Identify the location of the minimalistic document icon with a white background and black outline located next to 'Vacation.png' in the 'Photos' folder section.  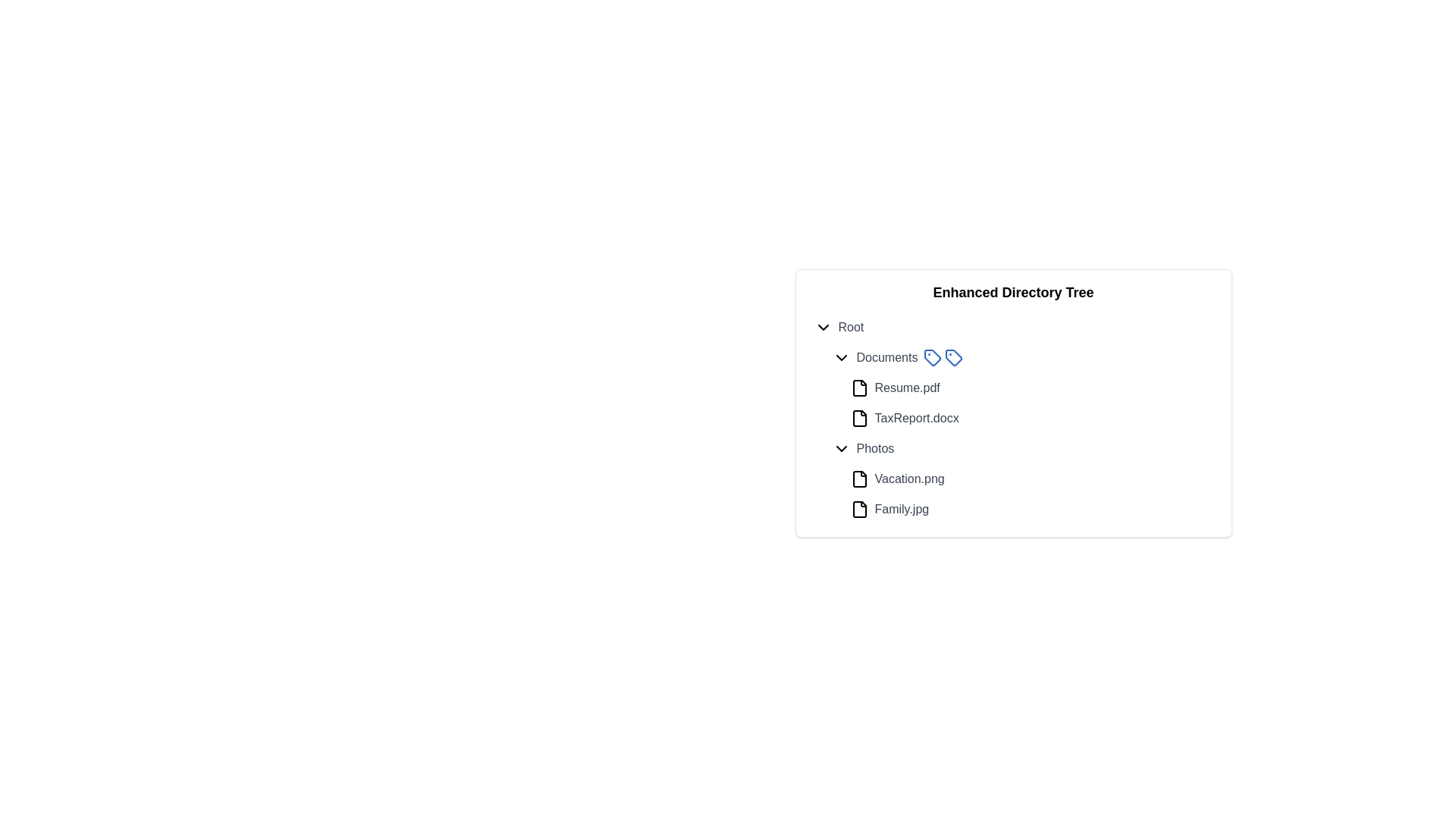
(859, 479).